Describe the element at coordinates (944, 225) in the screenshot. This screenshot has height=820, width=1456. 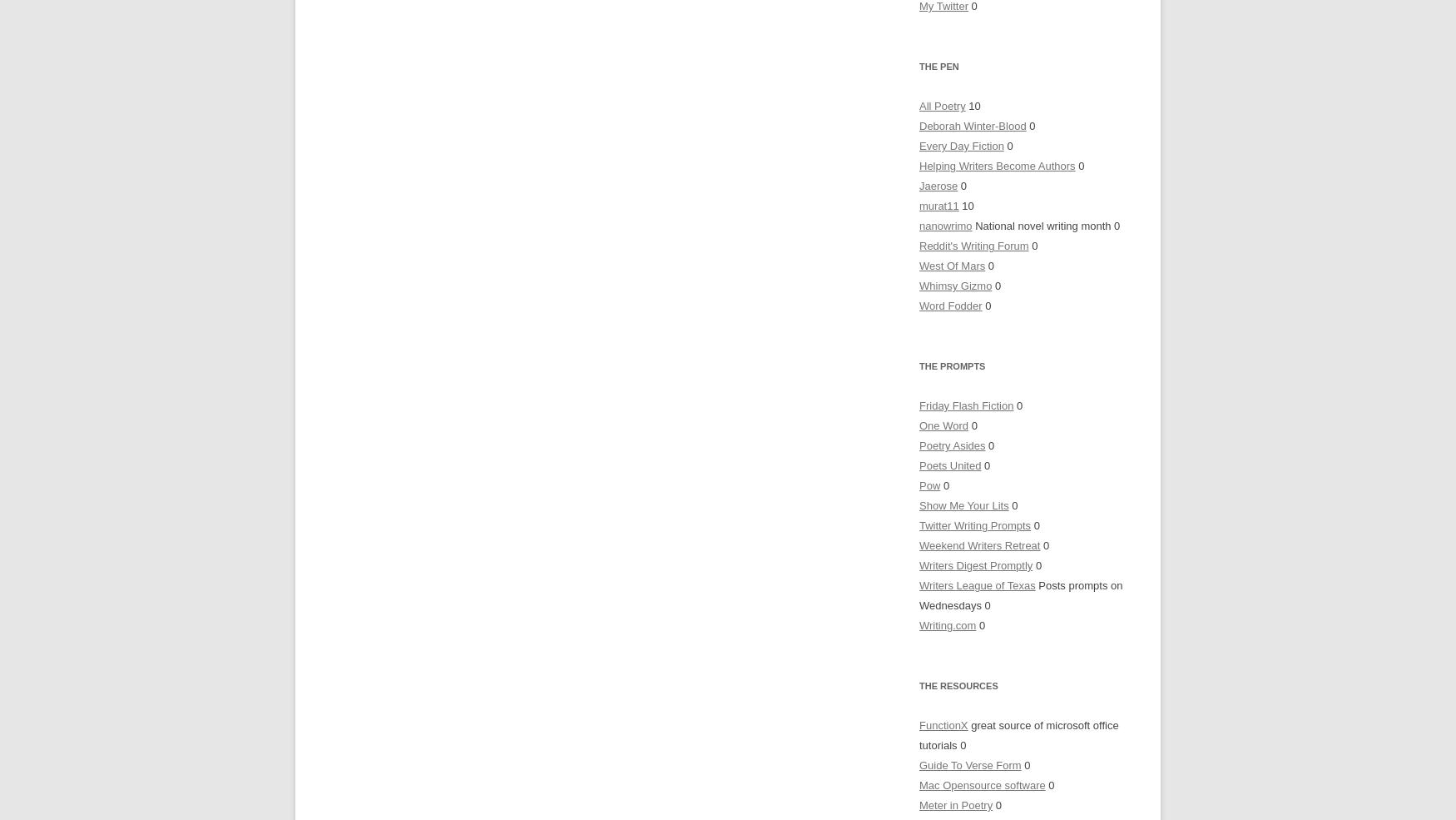
I see `'nanowrimo'` at that location.